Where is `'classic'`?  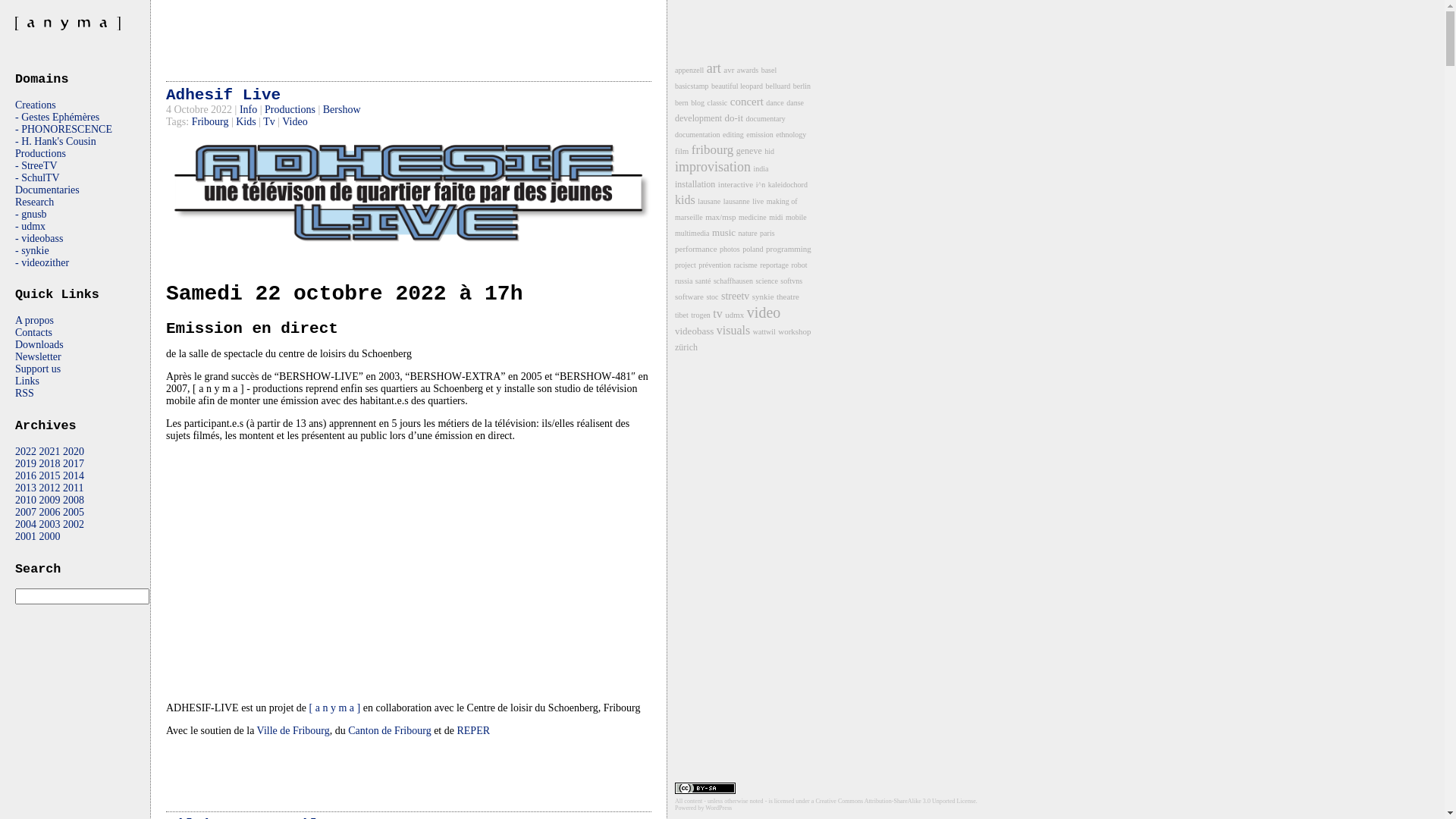 'classic' is located at coordinates (717, 102).